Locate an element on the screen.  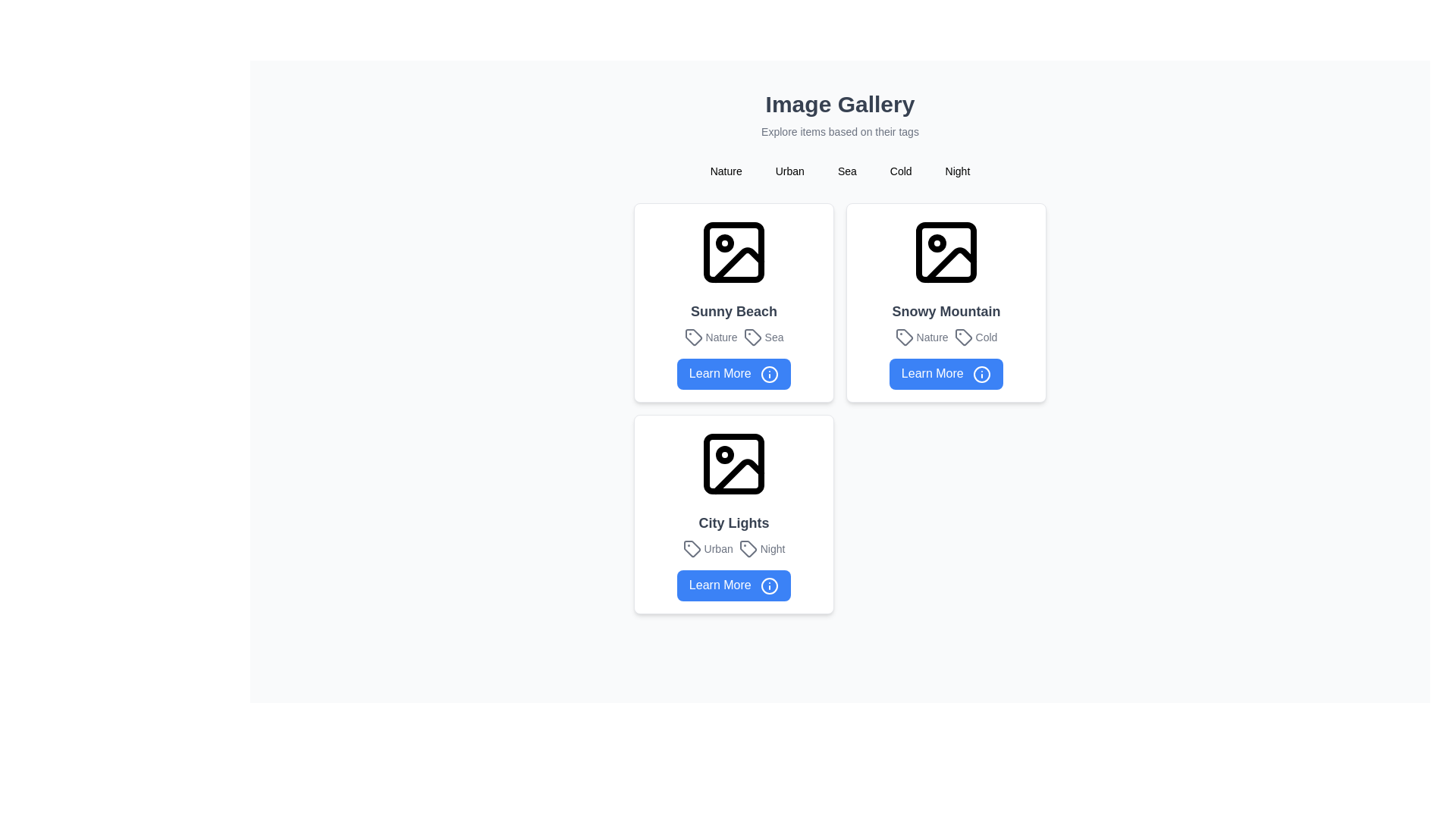
the pictorial icon representing the 'Snowy Mountain' card, which is located at the top-center of the card is located at coordinates (946, 251).